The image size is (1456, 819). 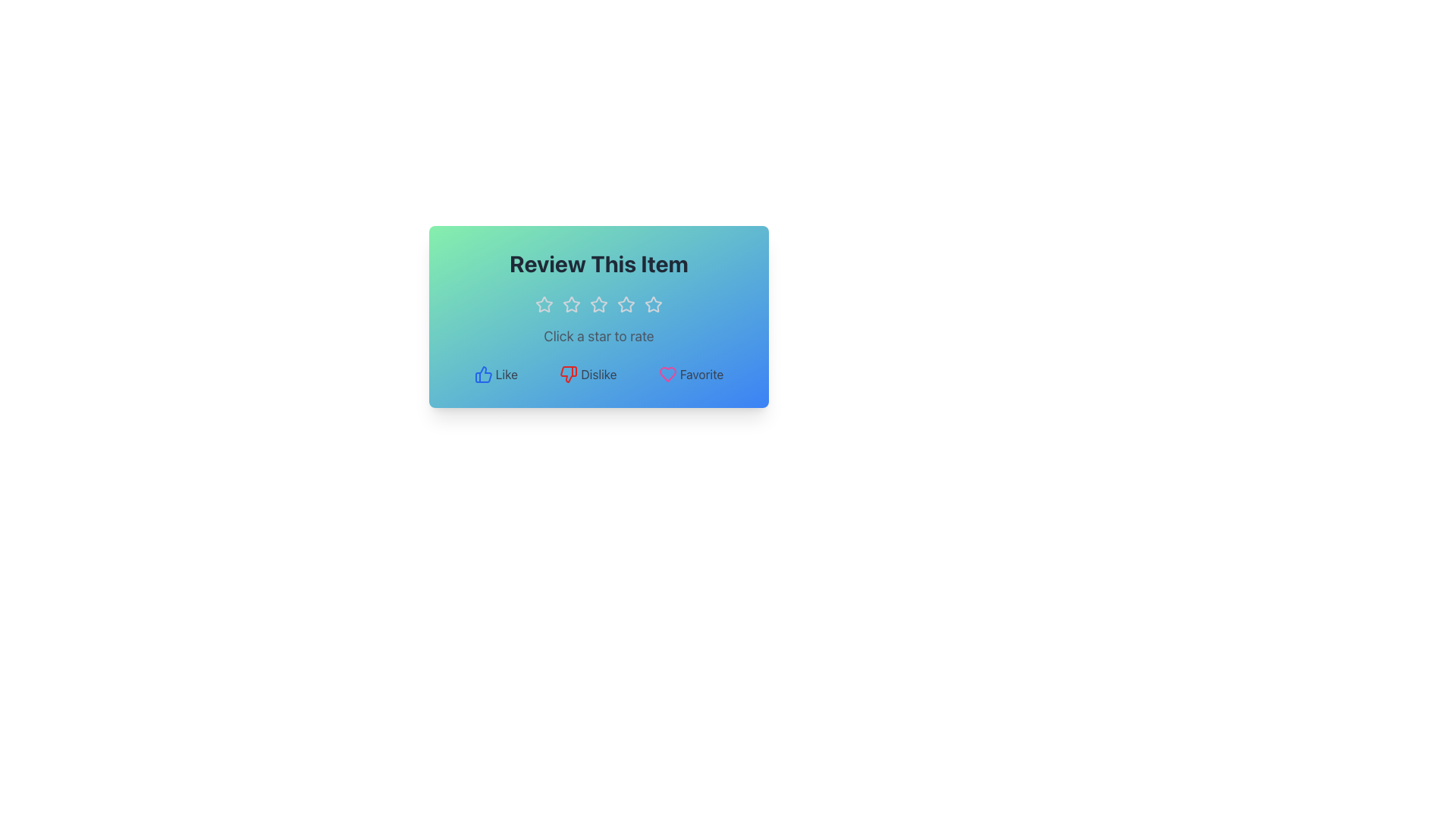 I want to click on the 'Dislike' button, which features a red thumbs-down icon and gray text, located centrally below the rating star section, so click(x=587, y=374).